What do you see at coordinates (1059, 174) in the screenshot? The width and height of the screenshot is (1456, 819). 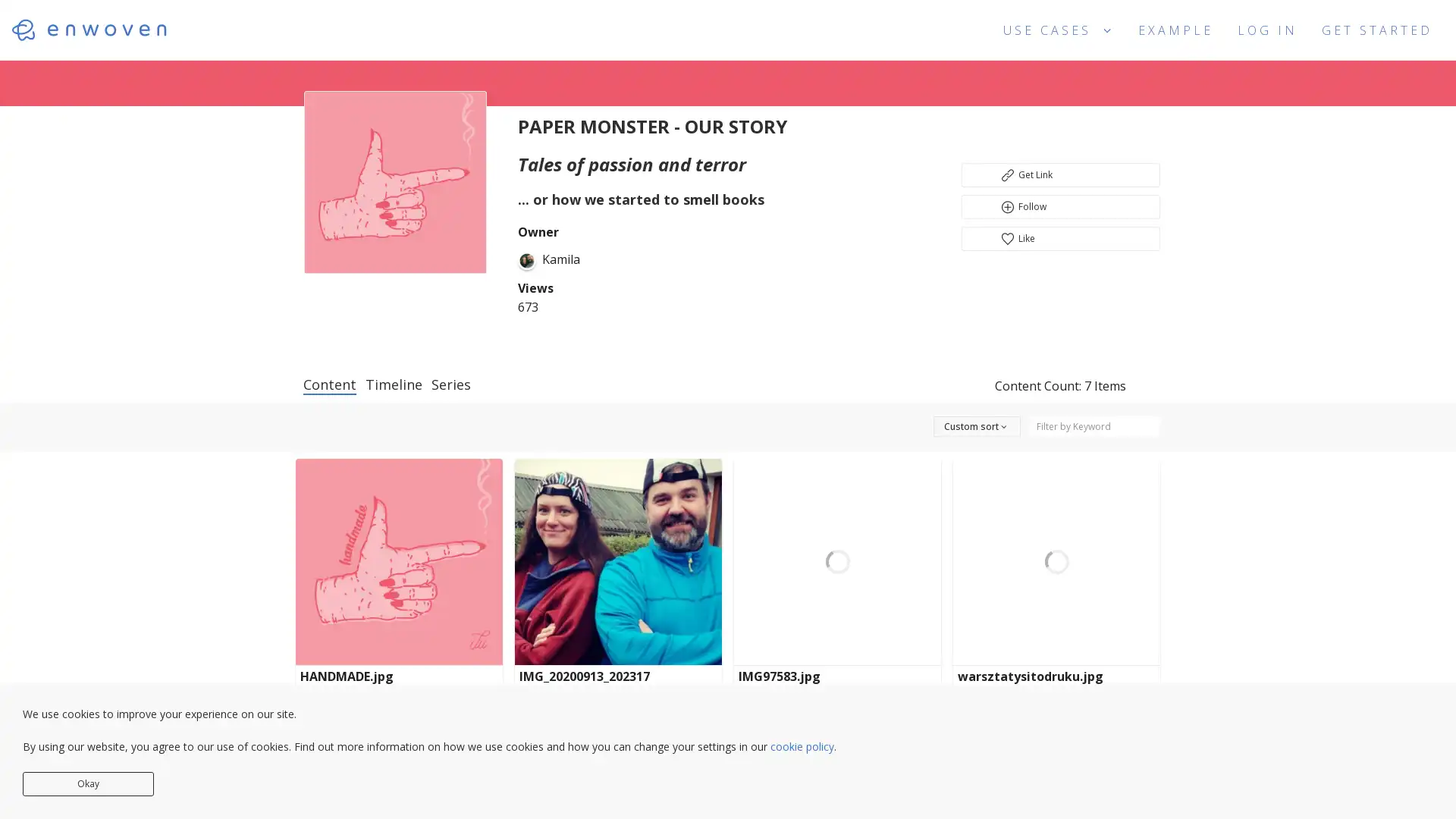 I see `Get Link` at bounding box center [1059, 174].